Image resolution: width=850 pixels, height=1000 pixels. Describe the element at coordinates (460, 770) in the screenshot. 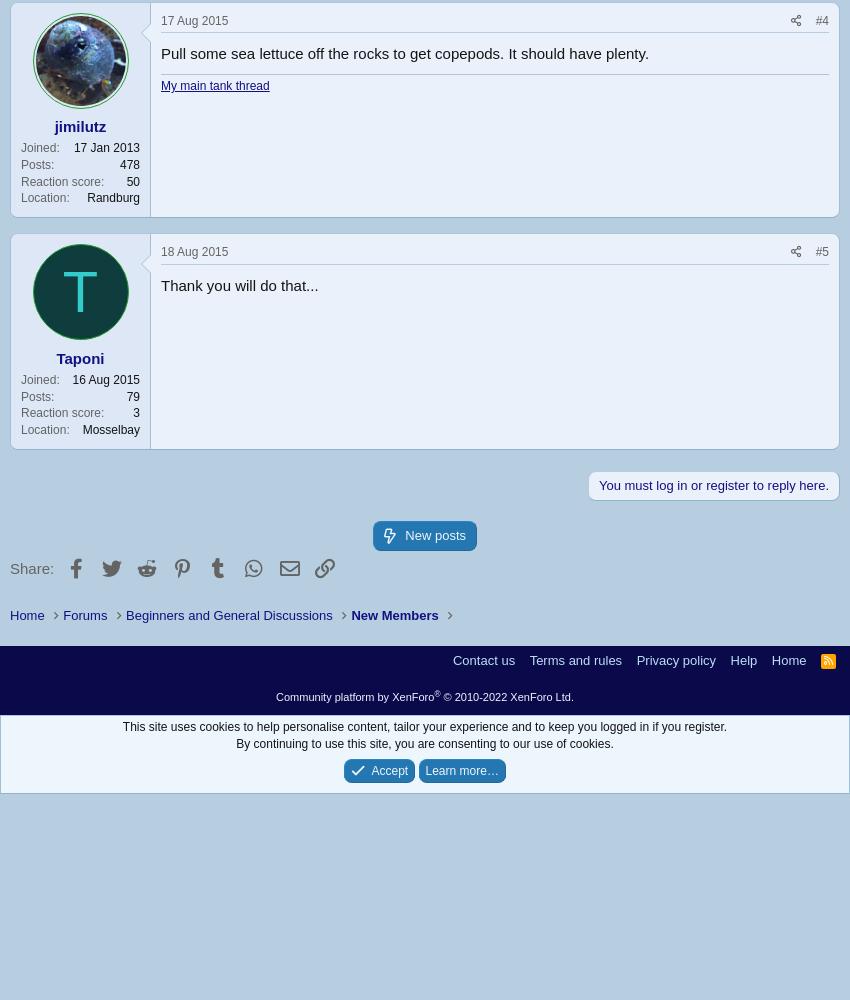

I see `'Learn more…'` at that location.